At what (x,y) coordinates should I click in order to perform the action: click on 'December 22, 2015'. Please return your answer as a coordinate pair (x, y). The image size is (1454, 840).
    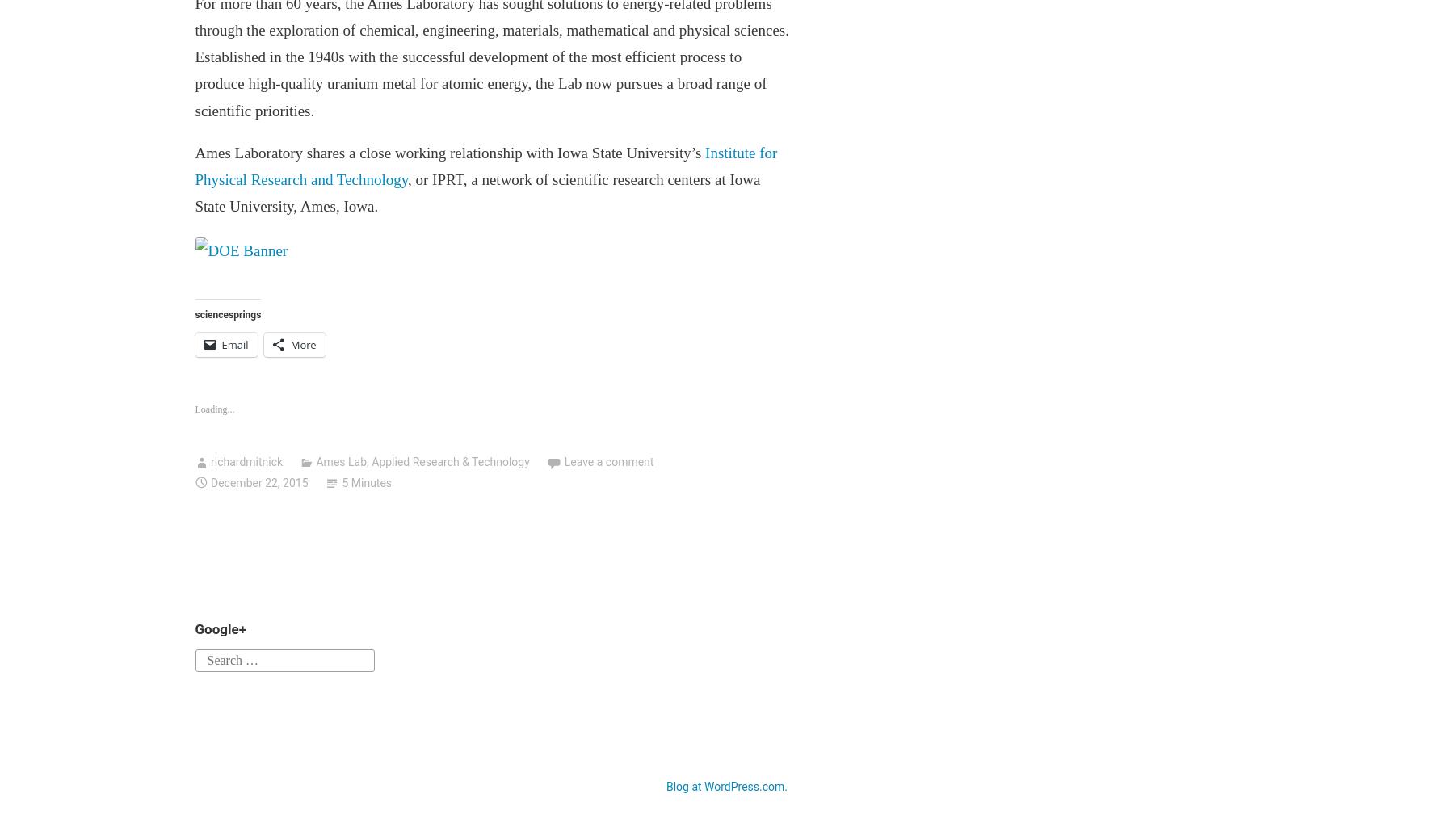
    Looking at the image, I should click on (258, 481).